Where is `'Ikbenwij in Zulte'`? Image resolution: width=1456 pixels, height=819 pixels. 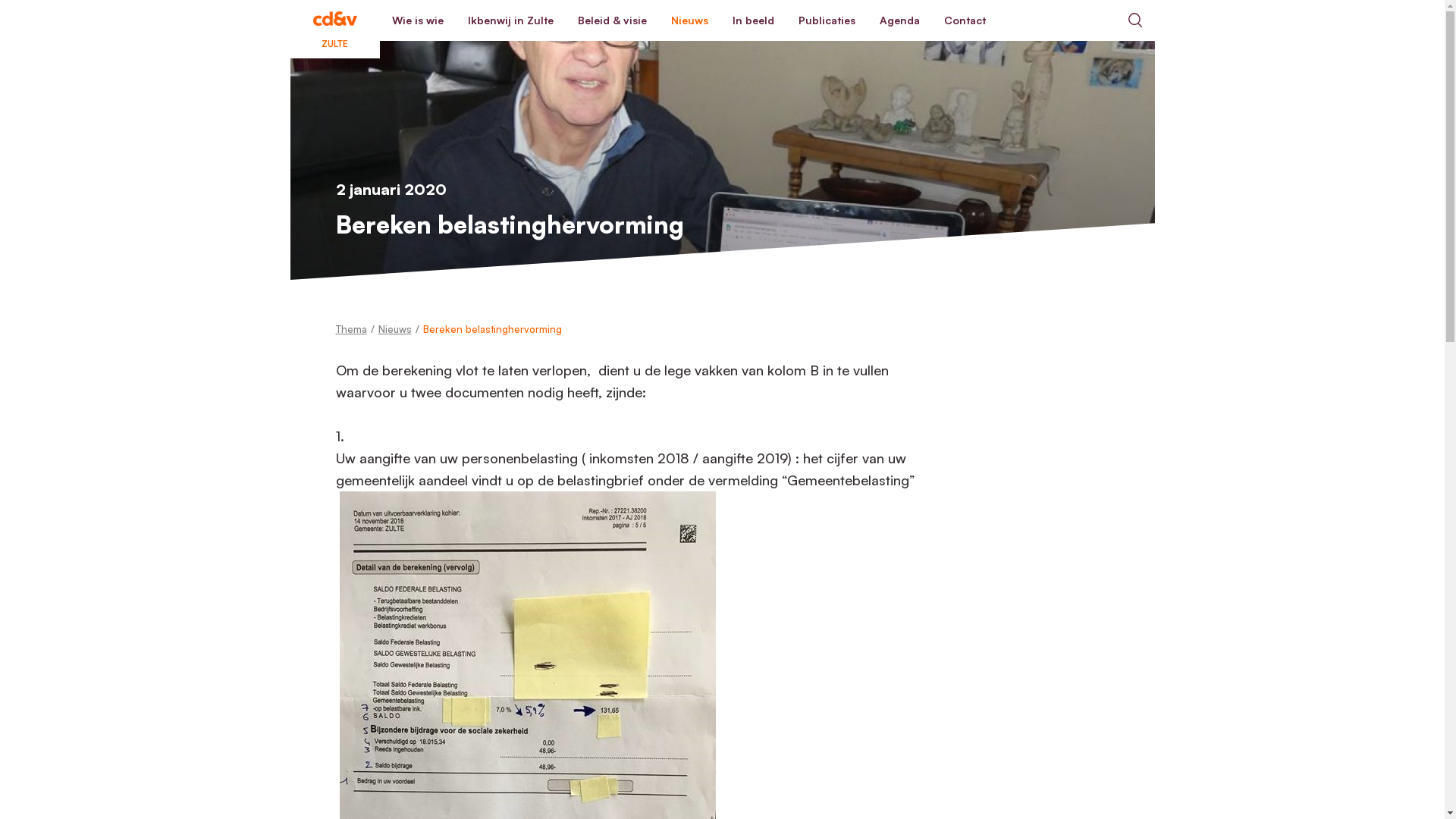 'Ikbenwij in Zulte' is located at coordinates (510, 20).